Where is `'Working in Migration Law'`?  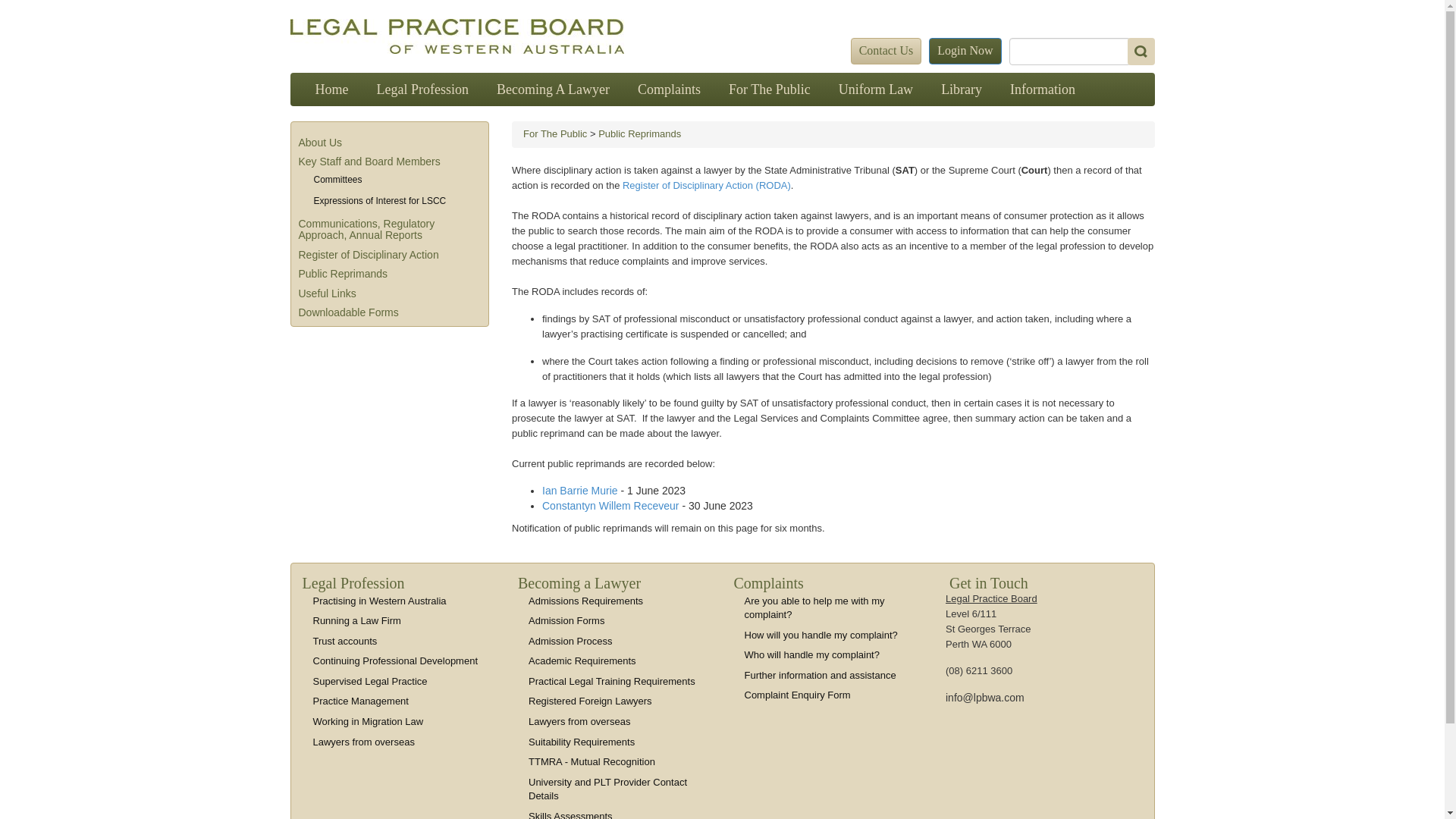
'Working in Migration Law' is located at coordinates (367, 720).